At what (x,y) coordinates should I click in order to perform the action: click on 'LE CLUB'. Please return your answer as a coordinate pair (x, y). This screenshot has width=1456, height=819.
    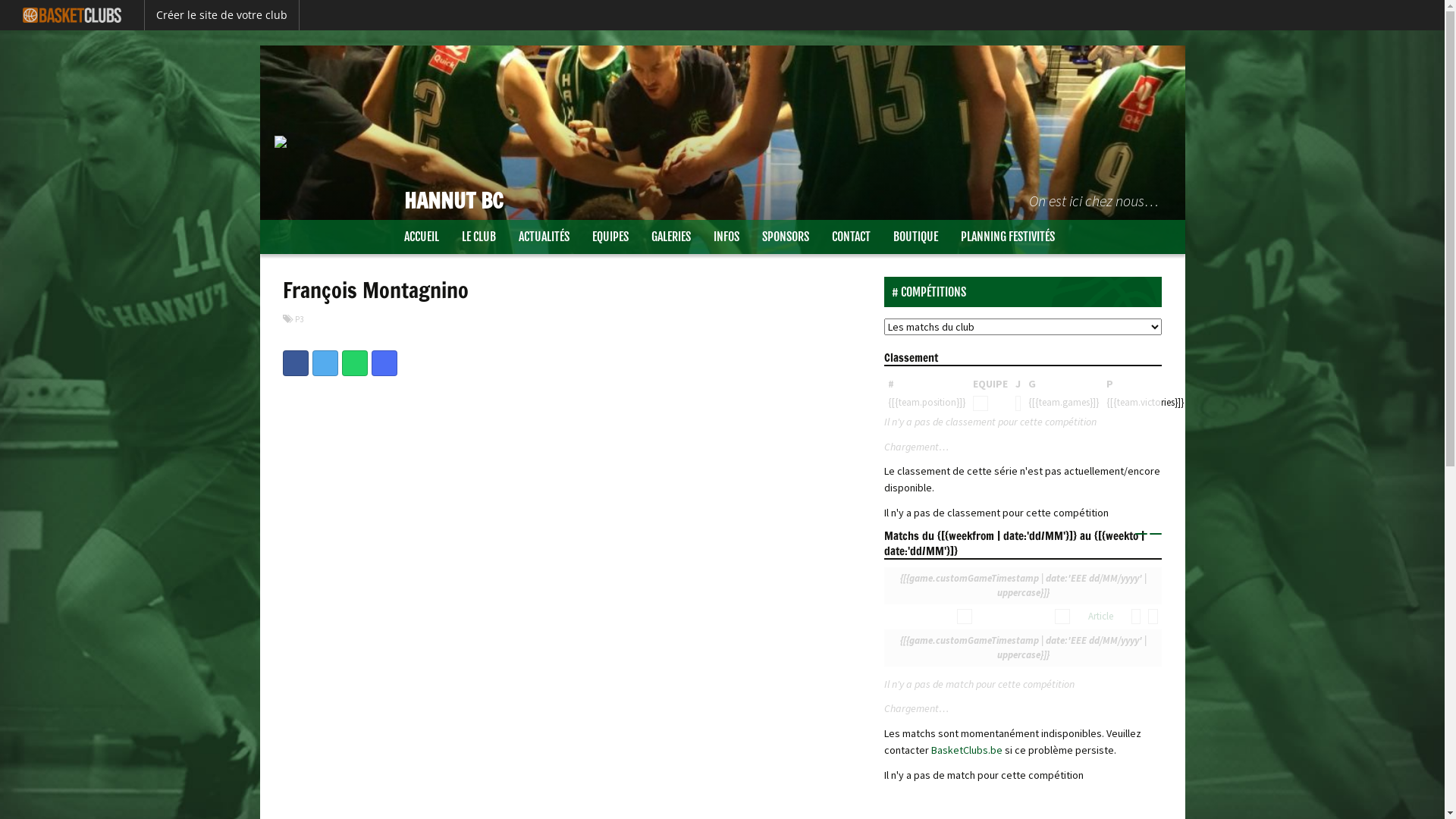
    Looking at the image, I should click on (478, 237).